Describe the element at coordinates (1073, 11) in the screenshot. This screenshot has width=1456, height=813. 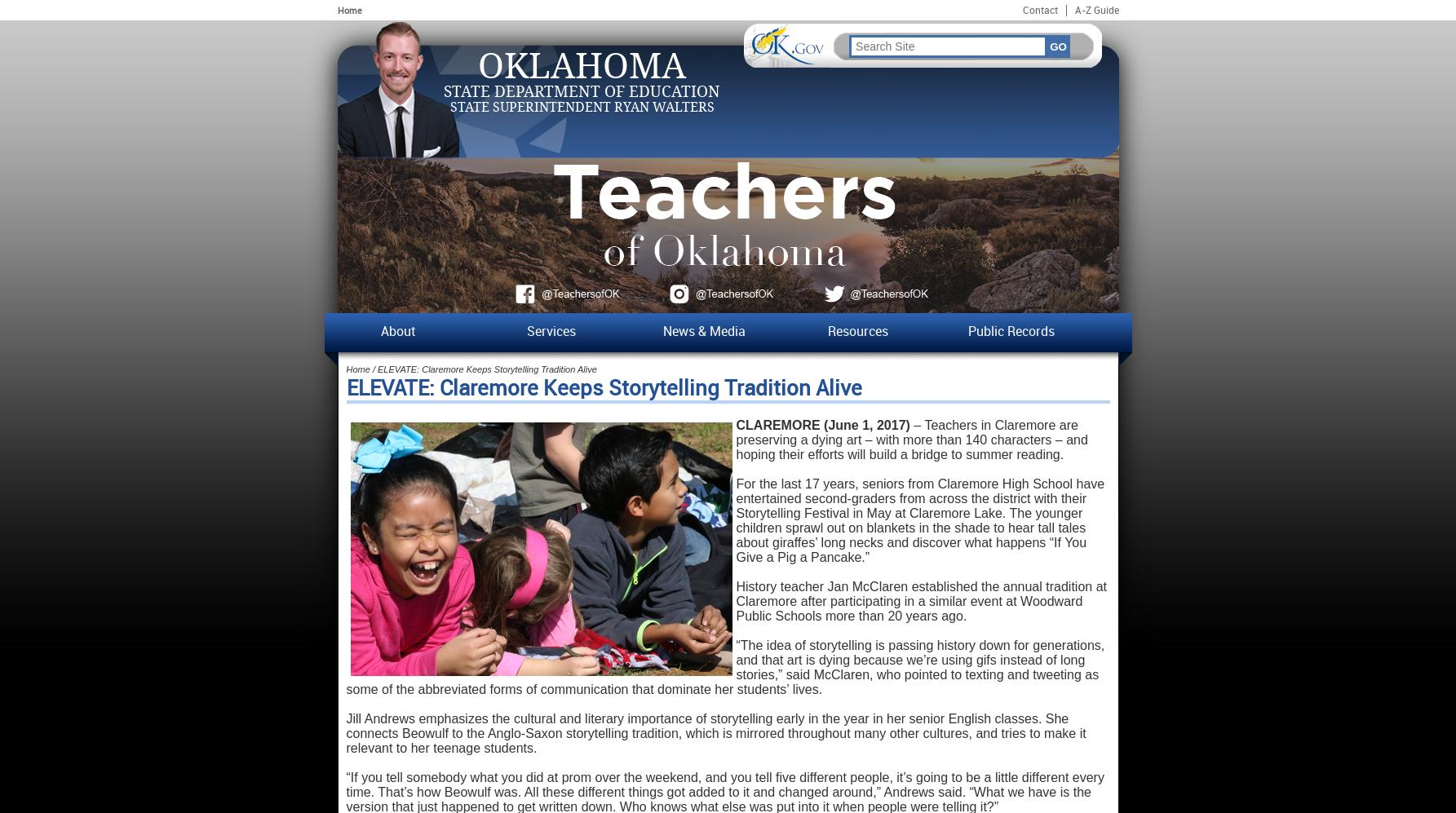
I see `'A-Z Guide'` at that location.